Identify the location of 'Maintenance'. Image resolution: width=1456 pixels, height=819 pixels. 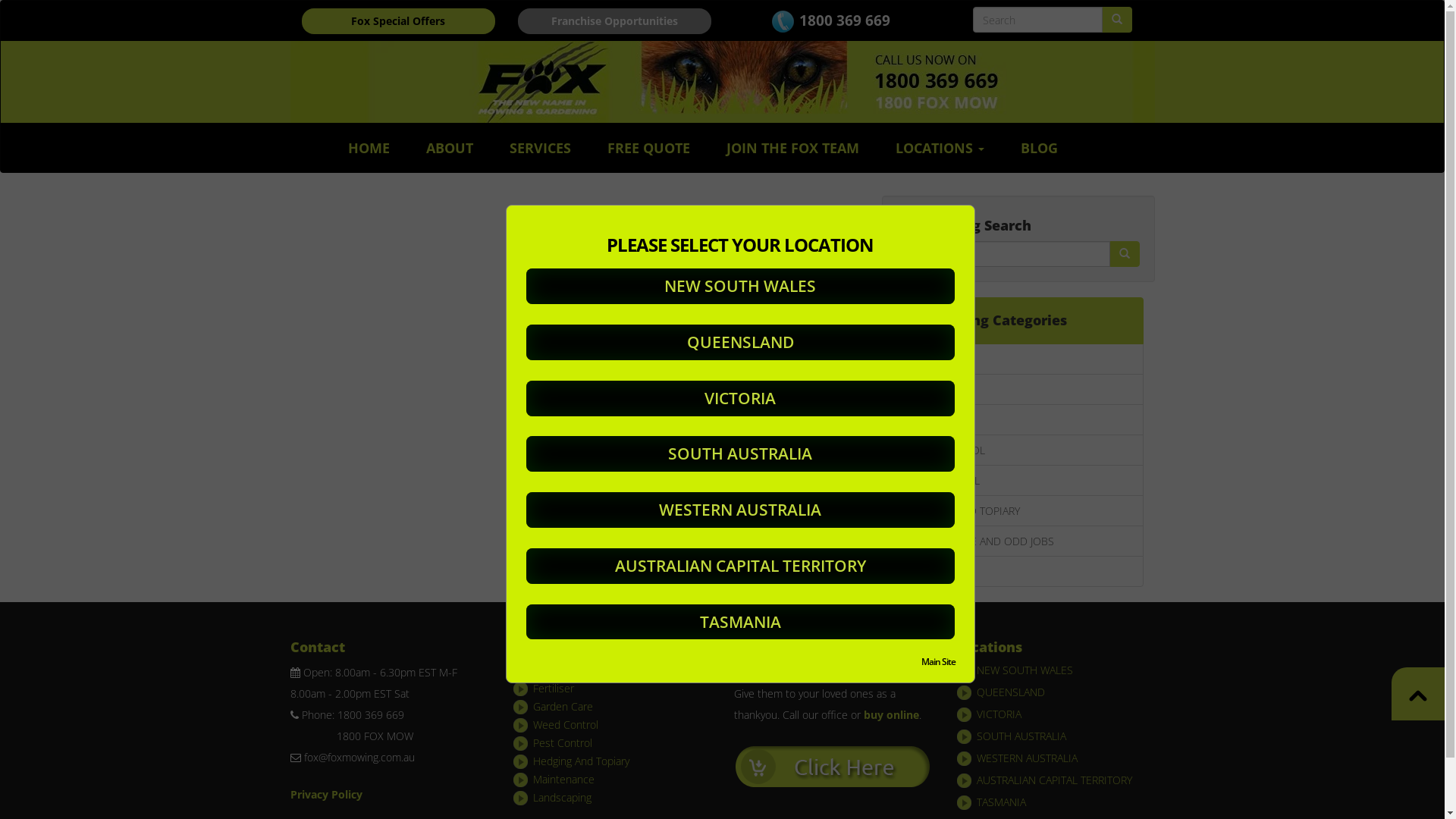
(532, 779).